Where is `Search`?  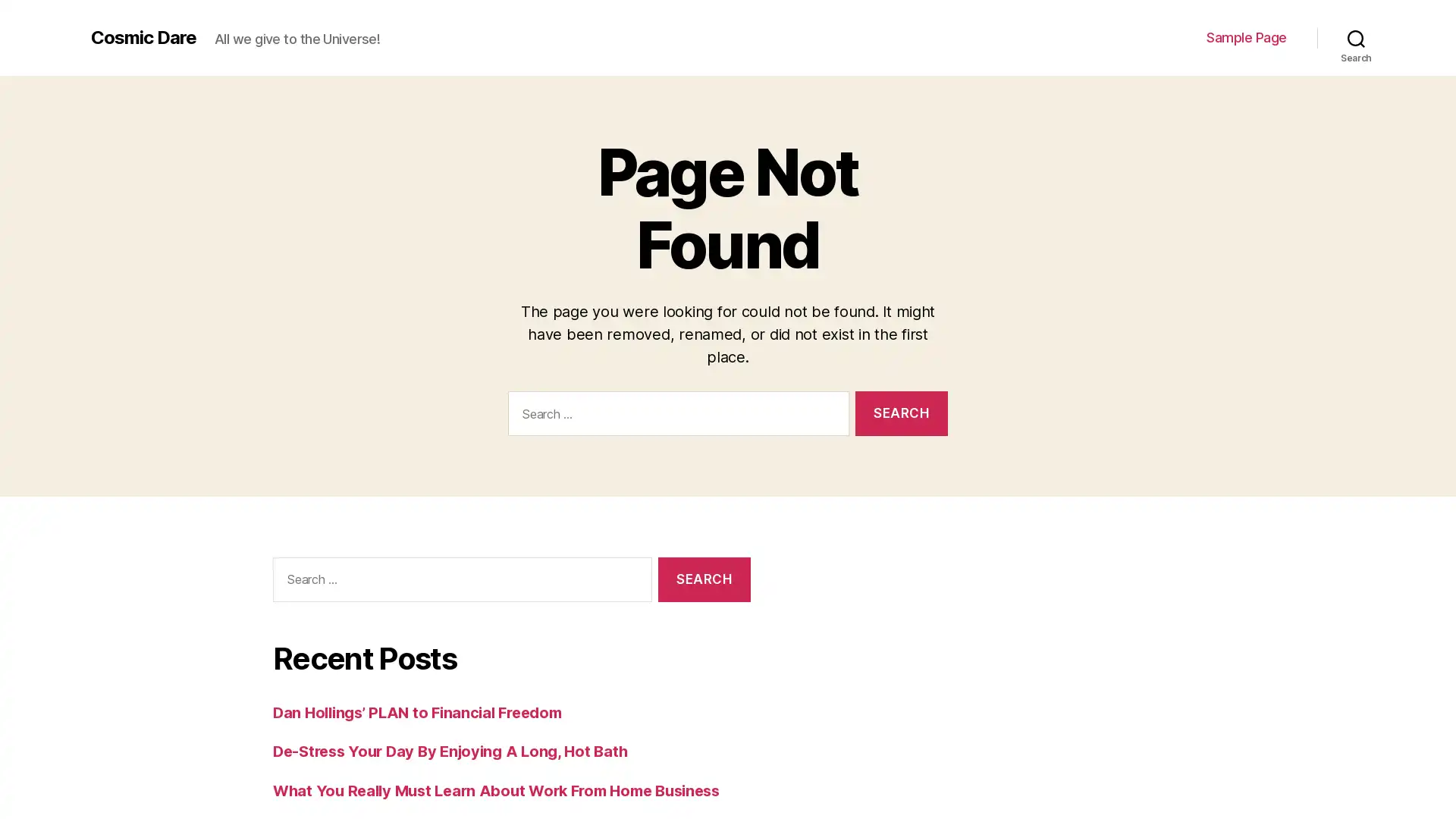
Search is located at coordinates (703, 579).